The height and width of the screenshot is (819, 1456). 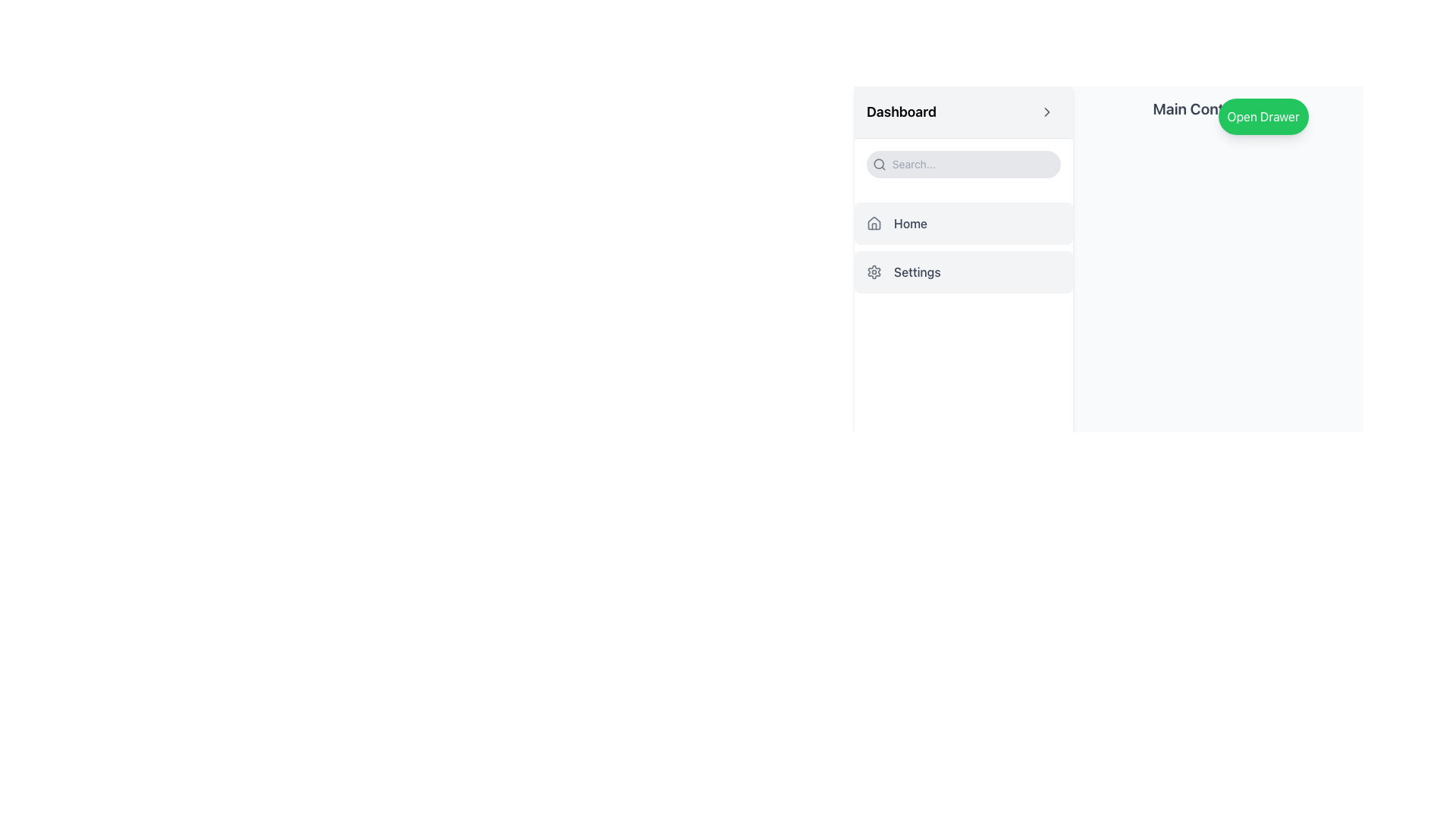 I want to click on the house icon in the sidebar menu under the 'Home' label, so click(x=874, y=223).